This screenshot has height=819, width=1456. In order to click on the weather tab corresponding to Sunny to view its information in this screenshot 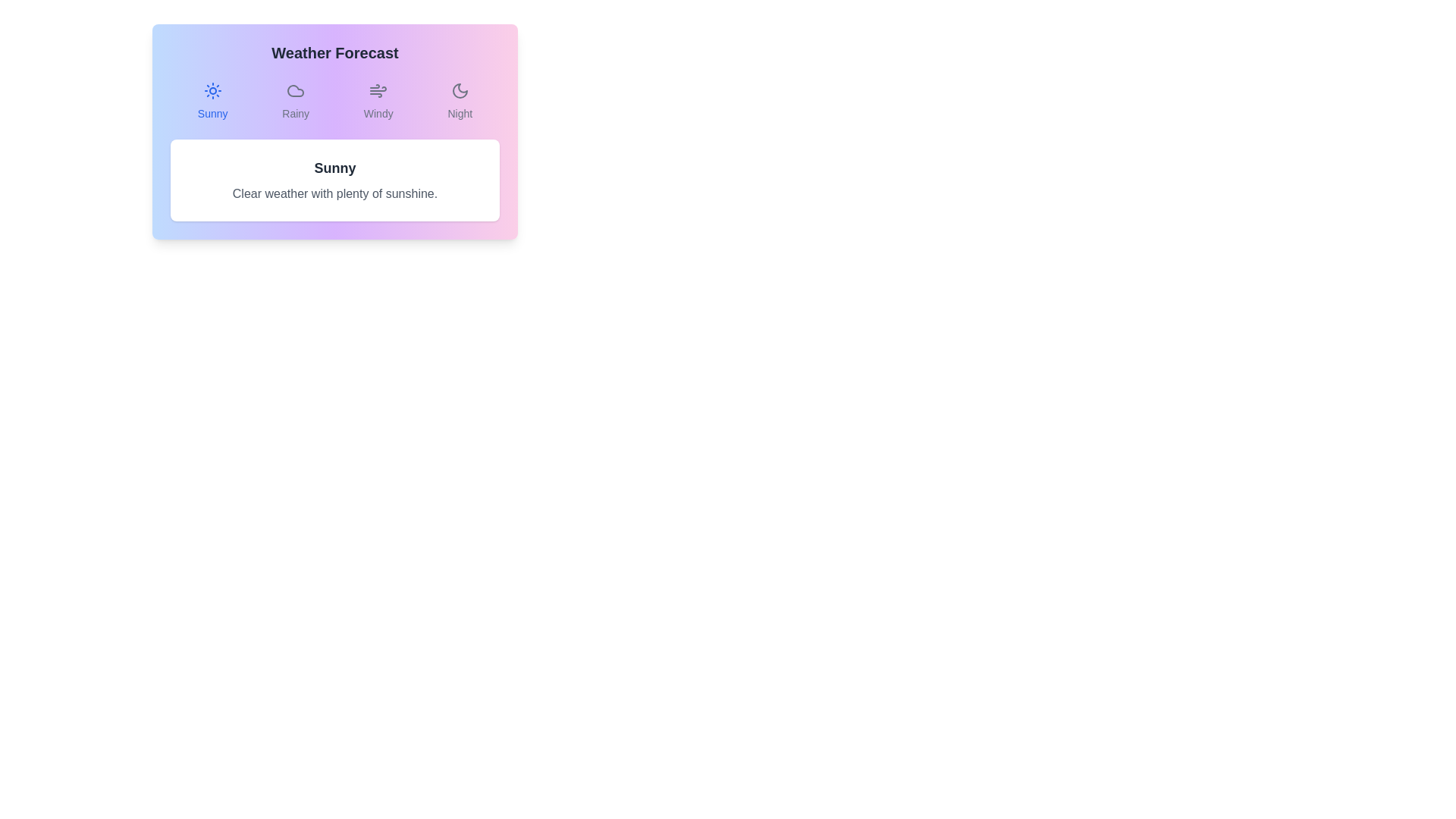, I will do `click(211, 102)`.